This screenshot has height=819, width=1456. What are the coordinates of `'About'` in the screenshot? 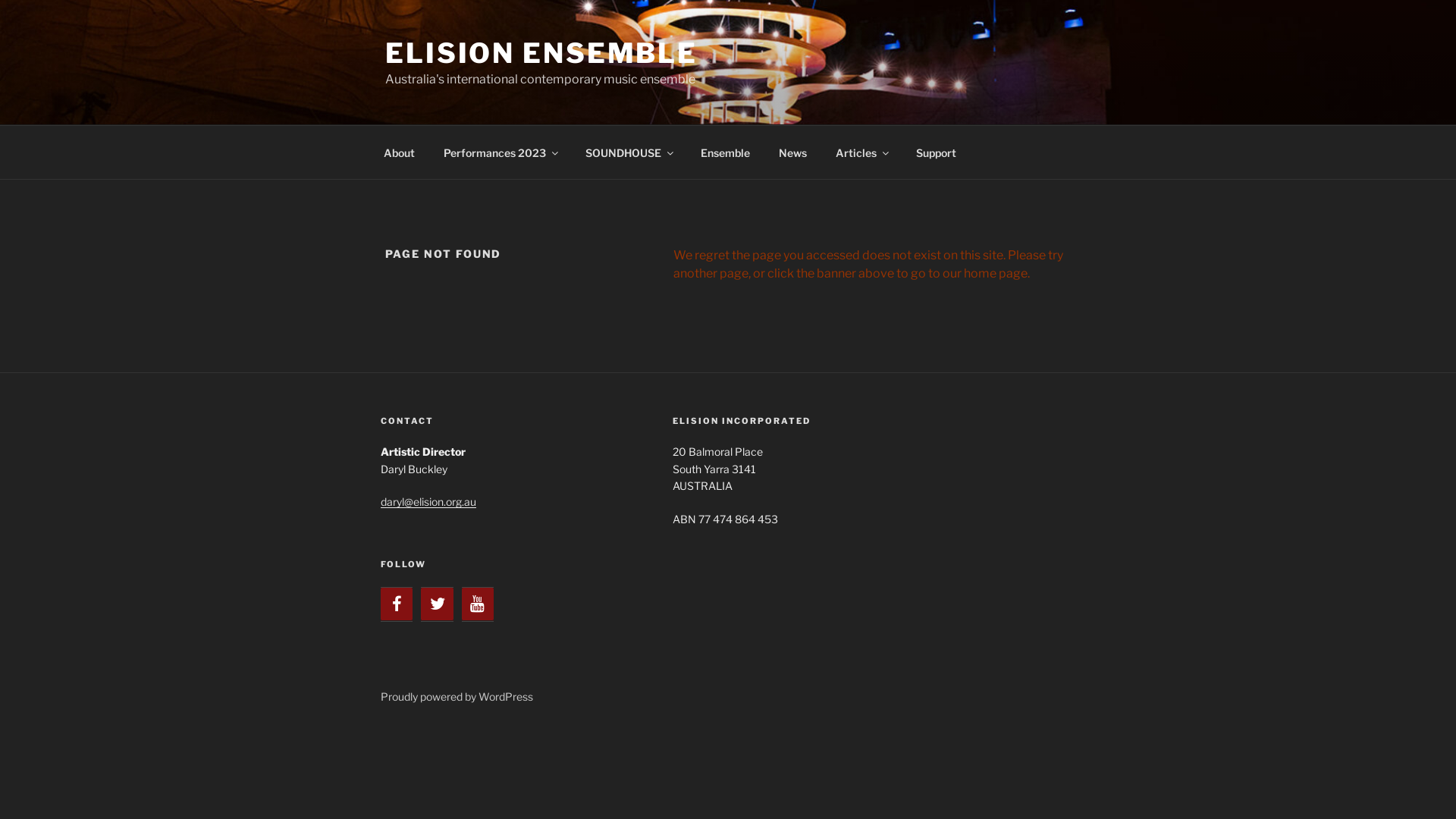 It's located at (399, 152).